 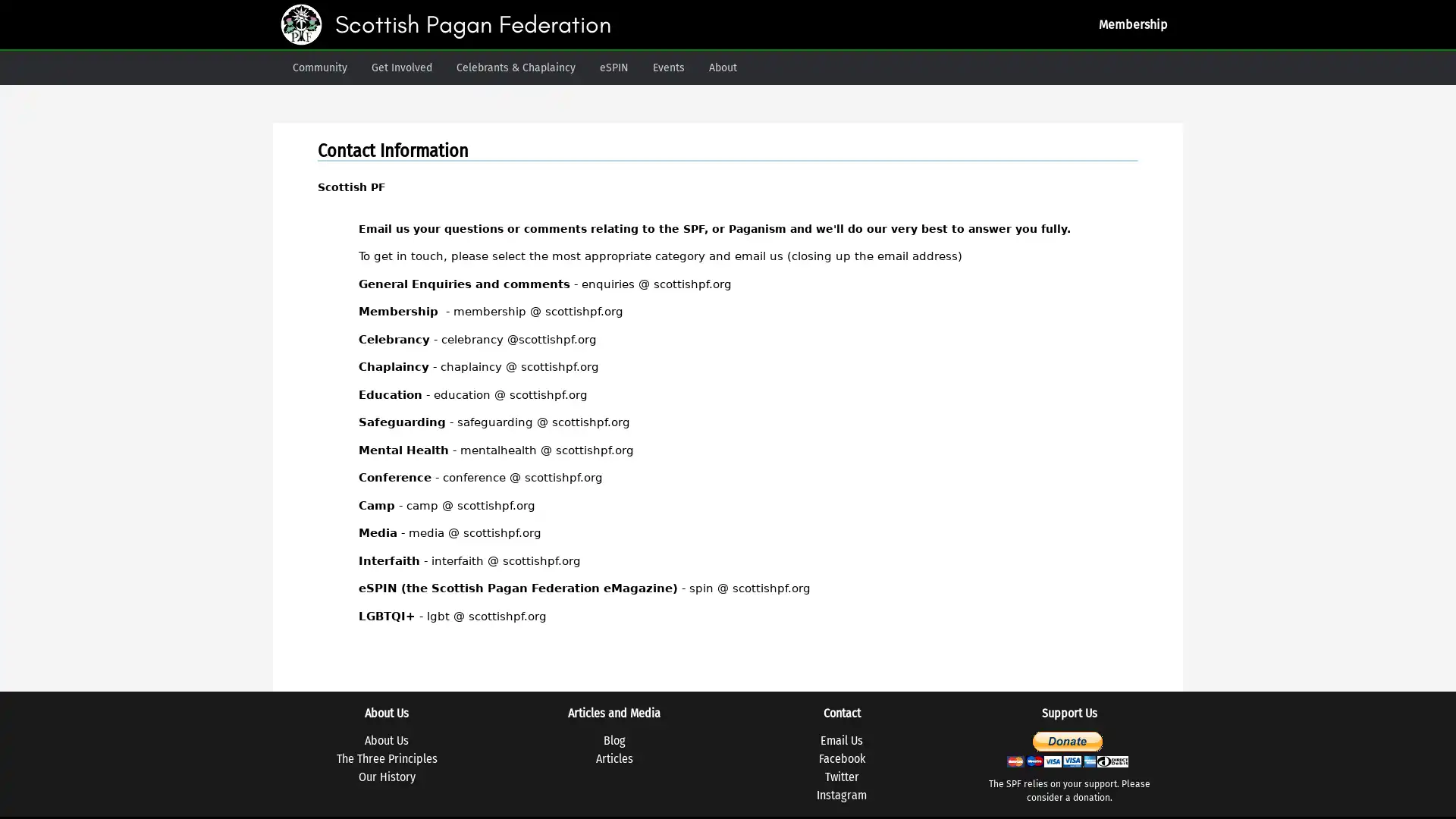 What do you see at coordinates (516, 67) in the screenshot?
I see `Celebrants & Chaplaincy` at bounding box center [516, 67].